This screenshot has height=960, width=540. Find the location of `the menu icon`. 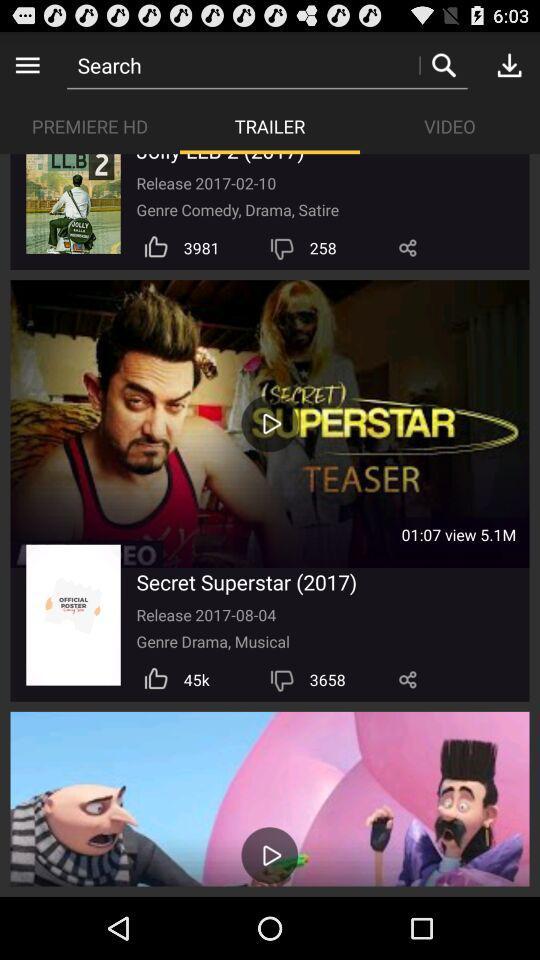

the menu icon is located at coordinates (26, 69).